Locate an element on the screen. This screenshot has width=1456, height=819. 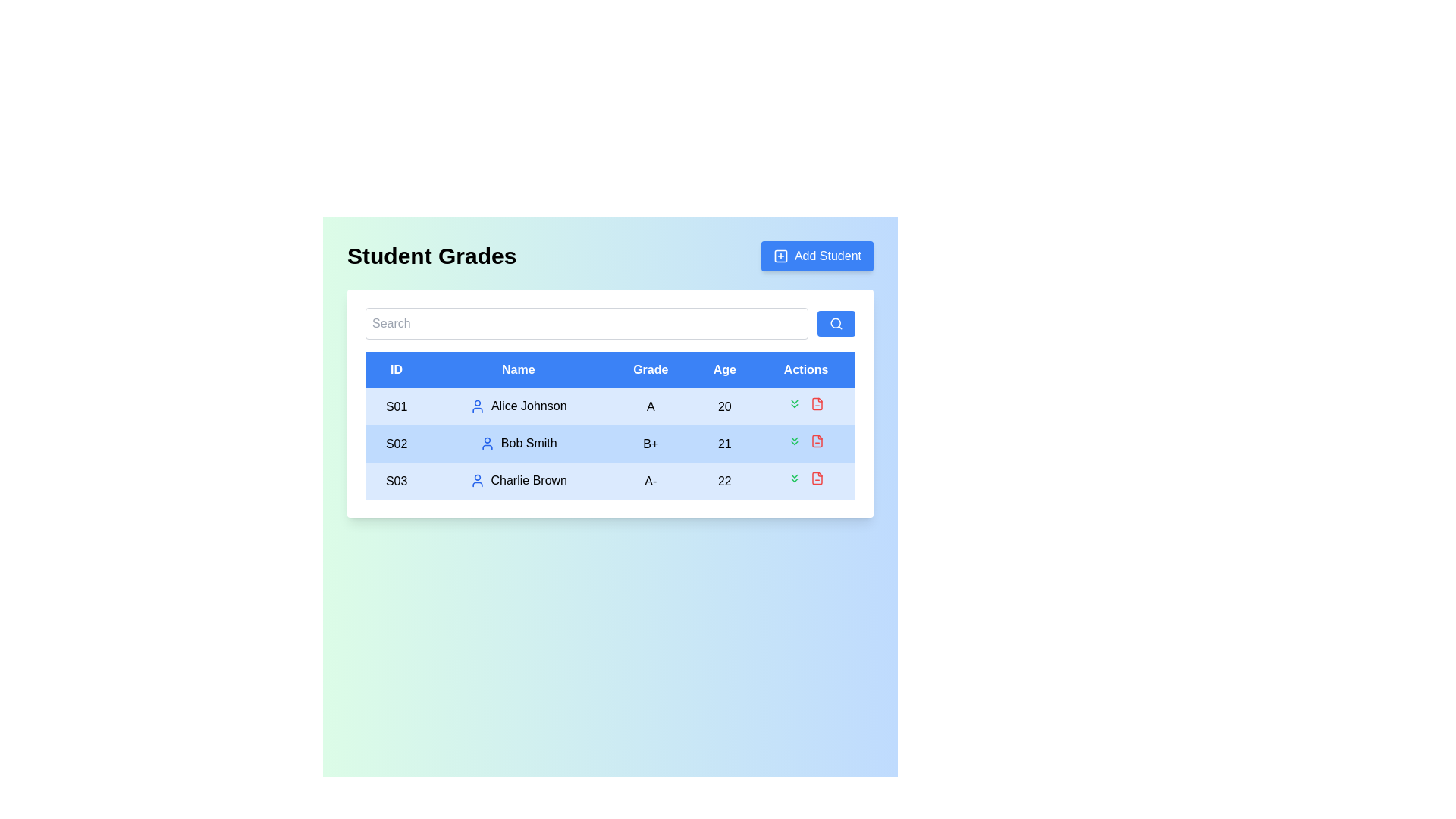
the user profile icon, which is a blue circular icon with a shoulder line, located in the 'Name' column of the table, next to 'Alice Johnson' is located at coordinates (476, 406).